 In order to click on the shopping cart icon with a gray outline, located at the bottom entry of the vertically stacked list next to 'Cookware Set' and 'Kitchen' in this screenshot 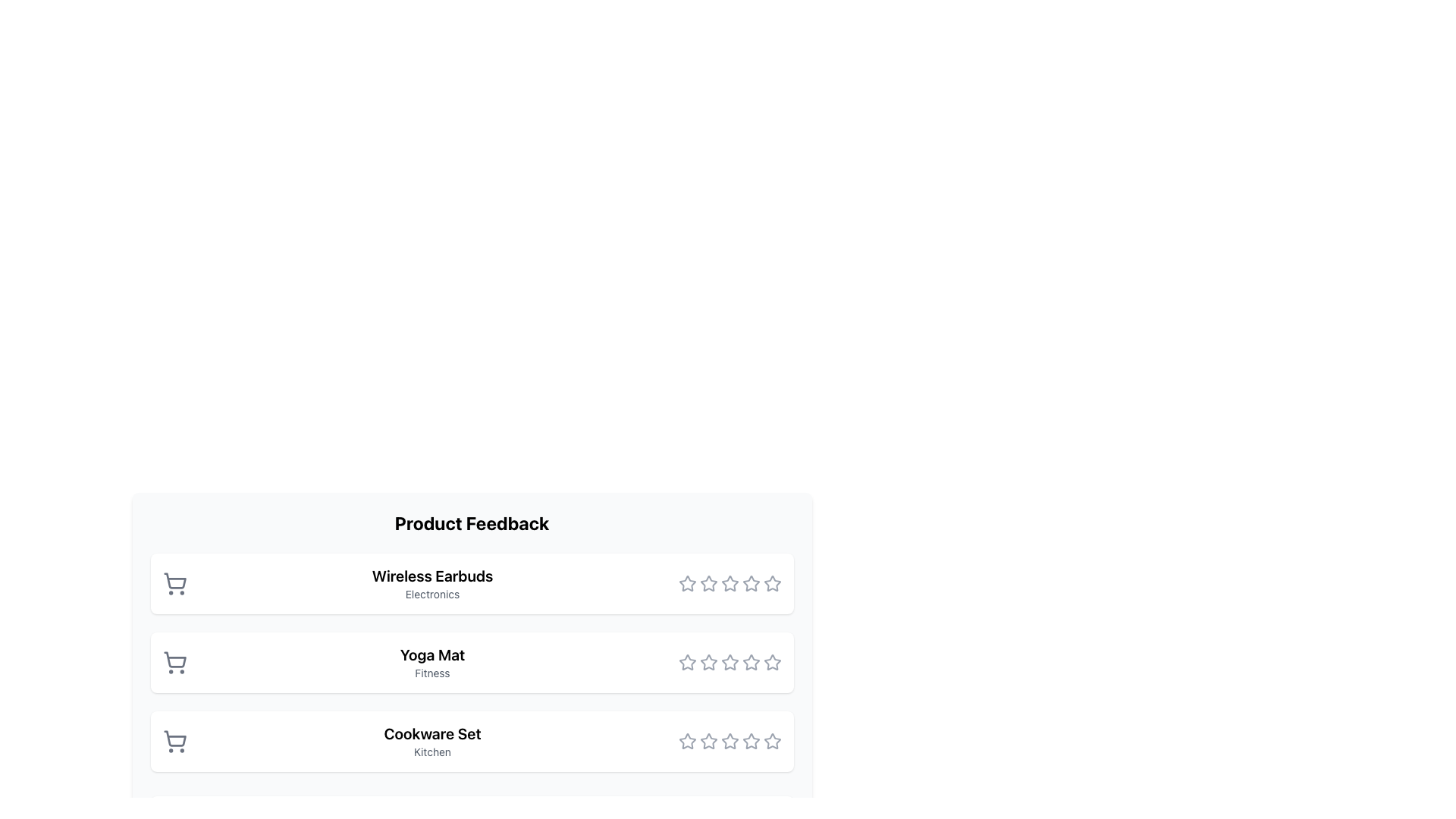, I will do `click(174, 741)`.